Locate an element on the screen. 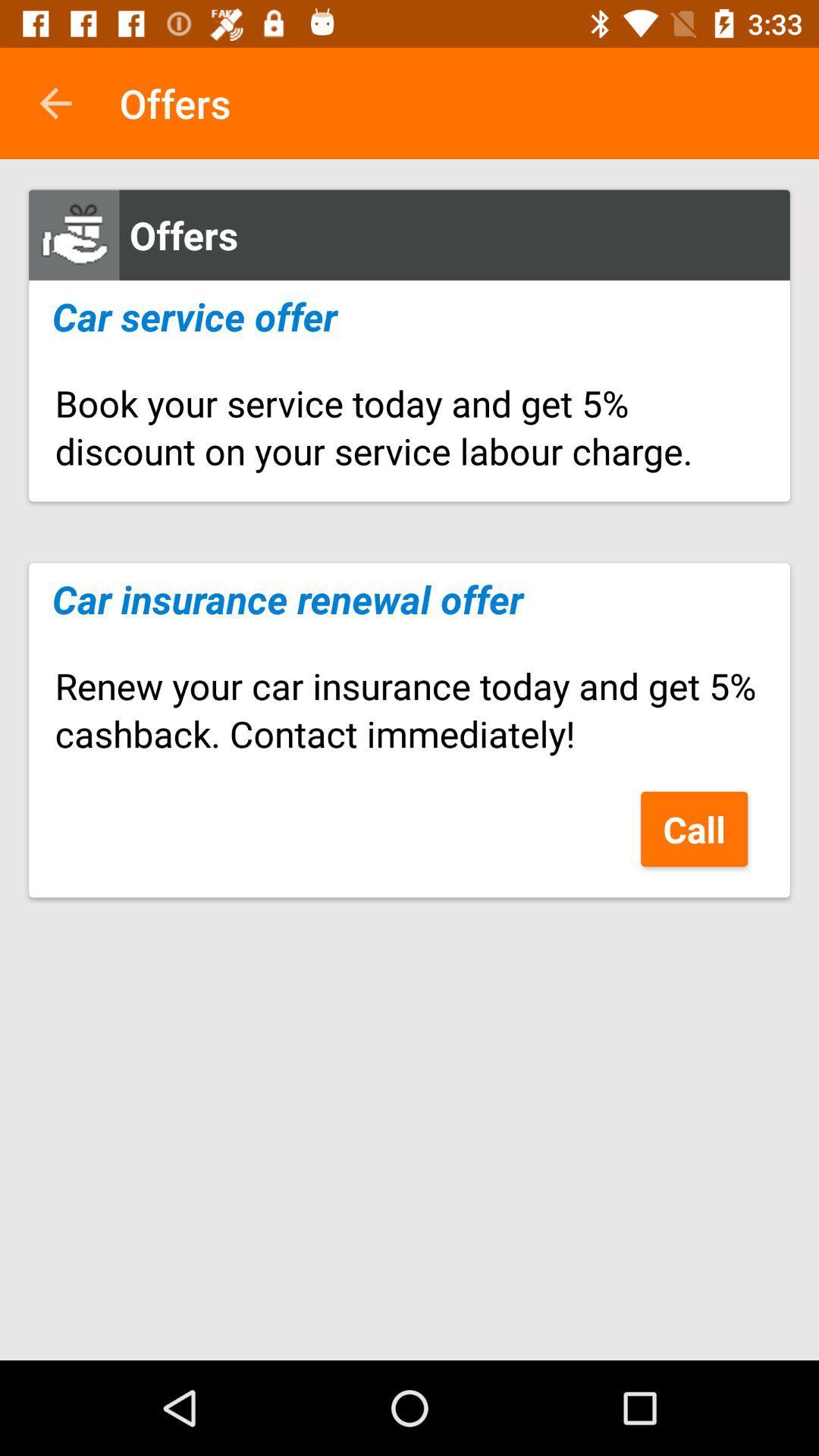 This screenshot has height=1456, width=819. the icon to the left of offers is located at coordinates (55, 102).